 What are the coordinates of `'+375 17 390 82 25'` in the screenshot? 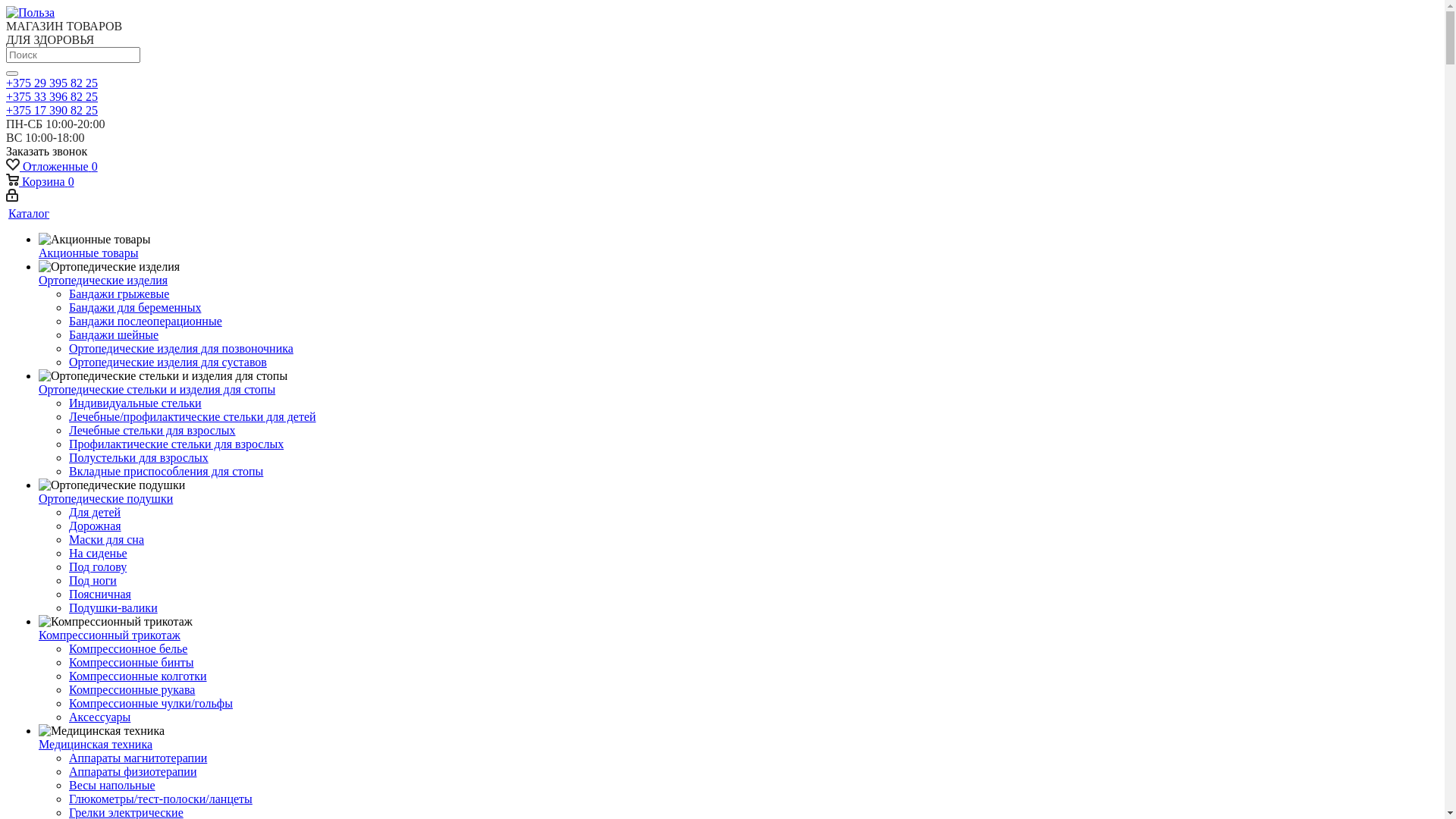 It's located at (52, 109).